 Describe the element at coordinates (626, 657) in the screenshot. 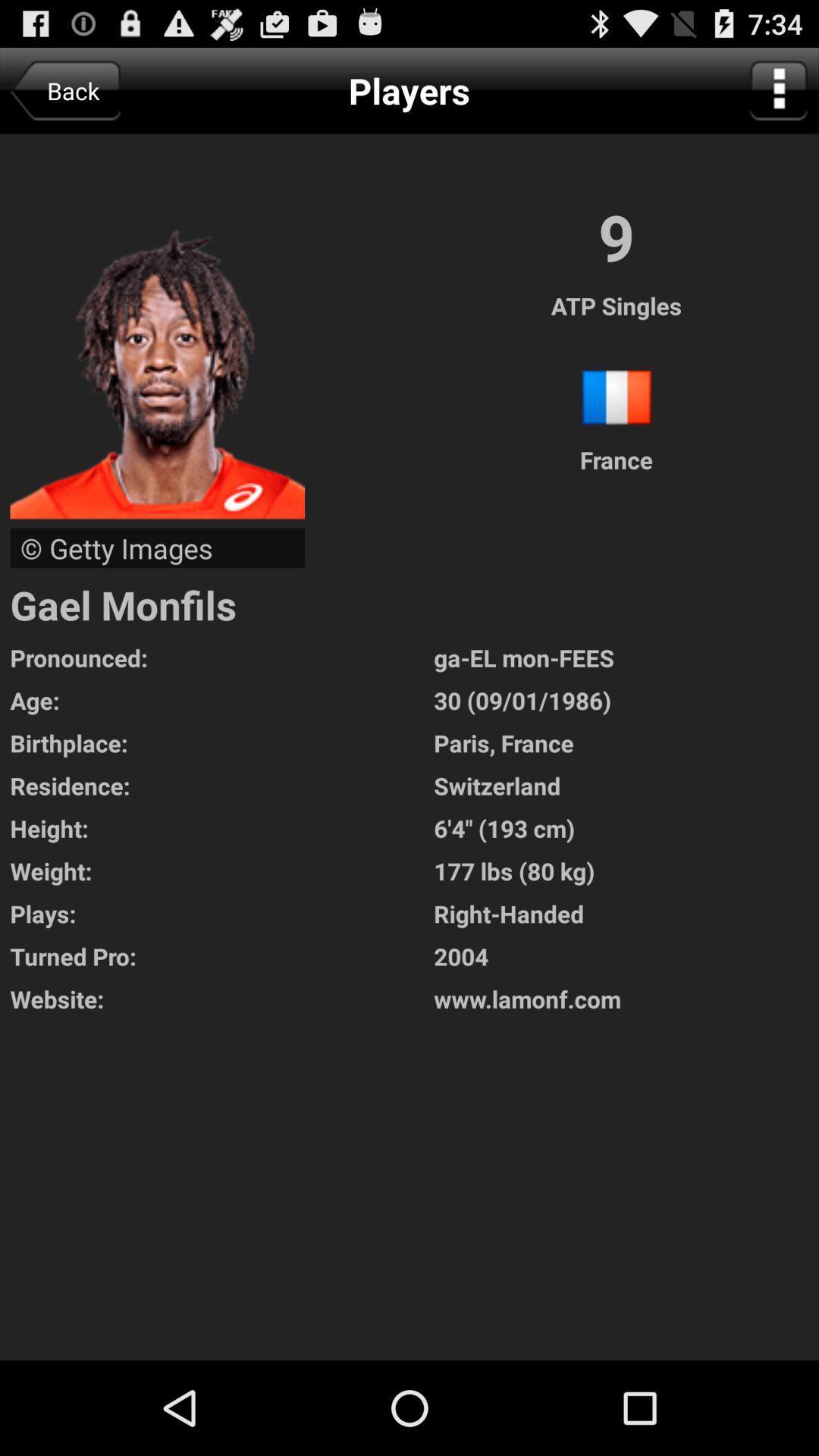

I see `ga el mon icon` at that location.